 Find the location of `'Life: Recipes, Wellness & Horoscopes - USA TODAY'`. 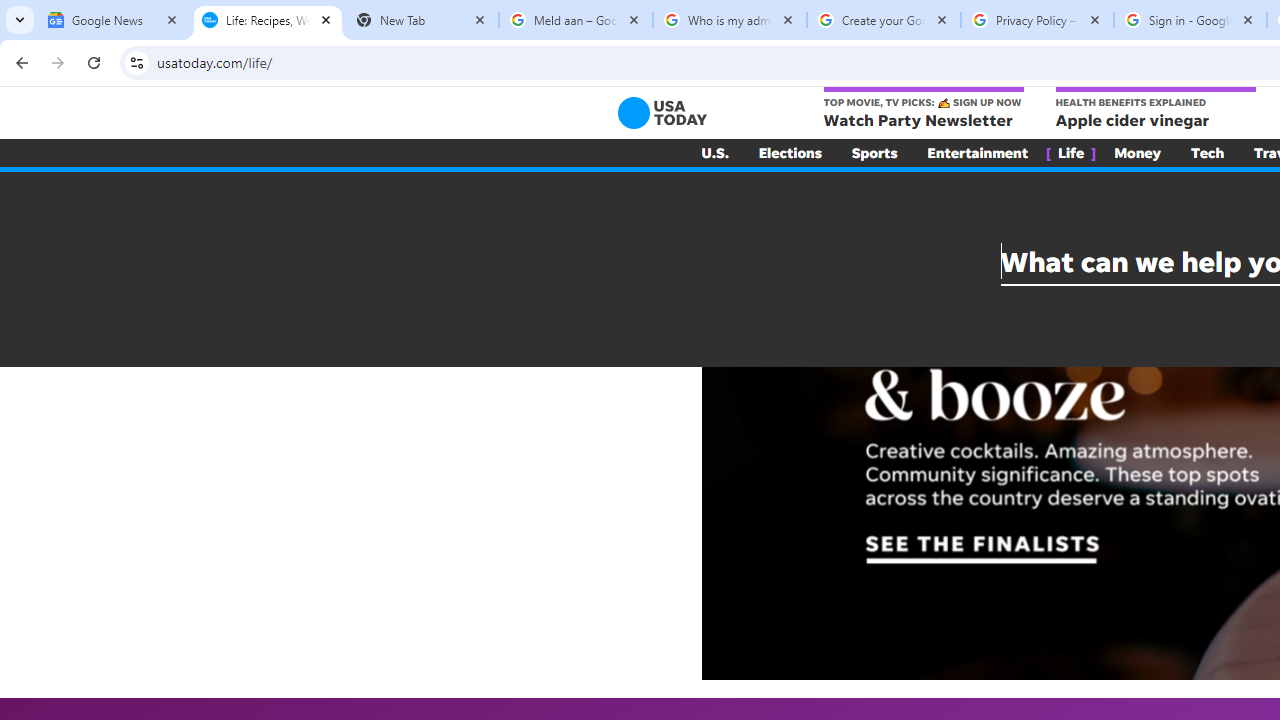

'Life: Recipes, Wellness & Horoscopes - USA TODAY' is located at coordinates (267, 20).